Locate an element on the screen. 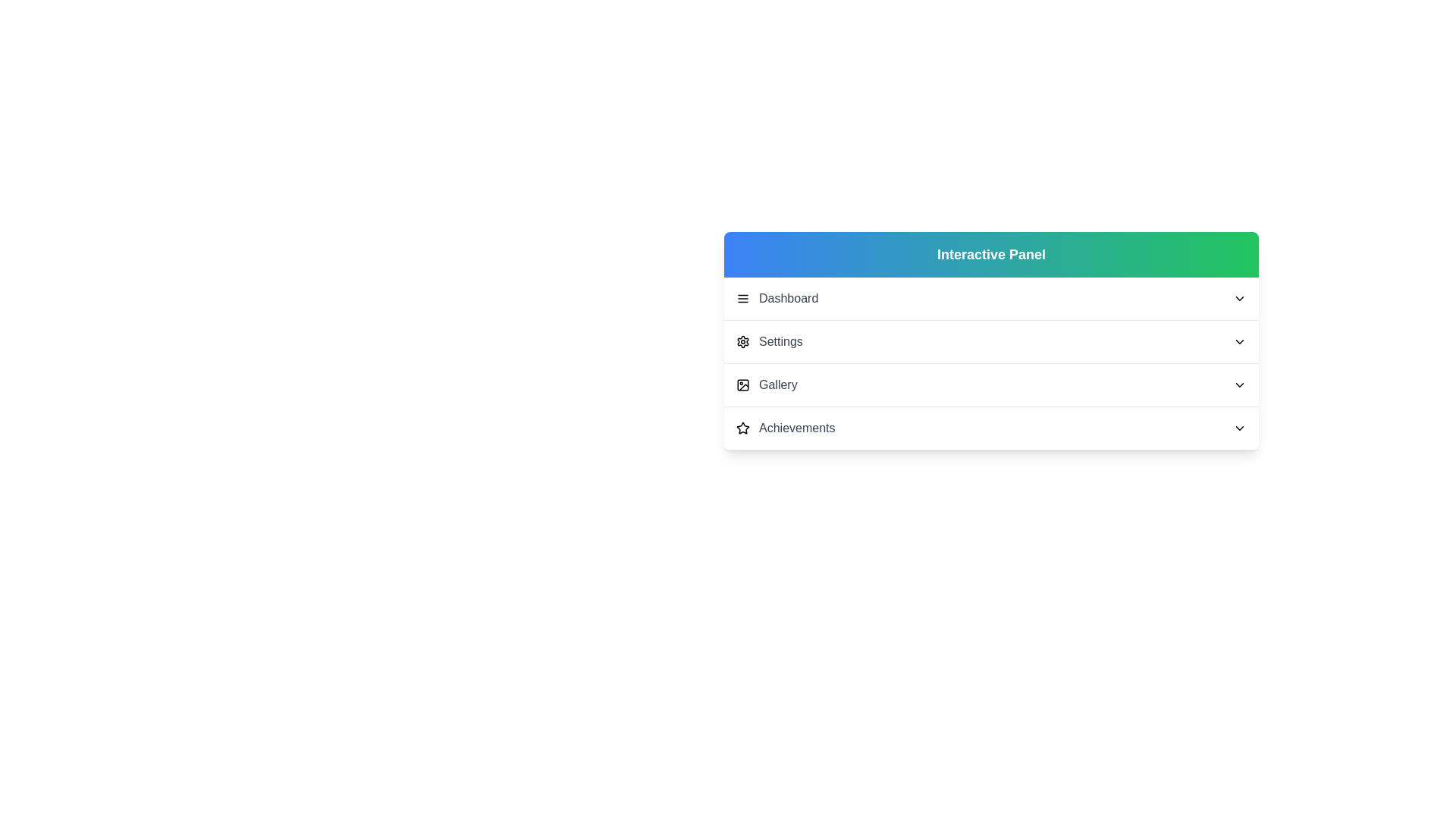 The height and width of the screenshot is (819, 1456). the 'Dashboard' menu item, which is the first item in the navigation list under the 'Interactive Panel' section, identifiable by its icon of three horizontal lines and medium gray font is located at coordinates (777, 298).